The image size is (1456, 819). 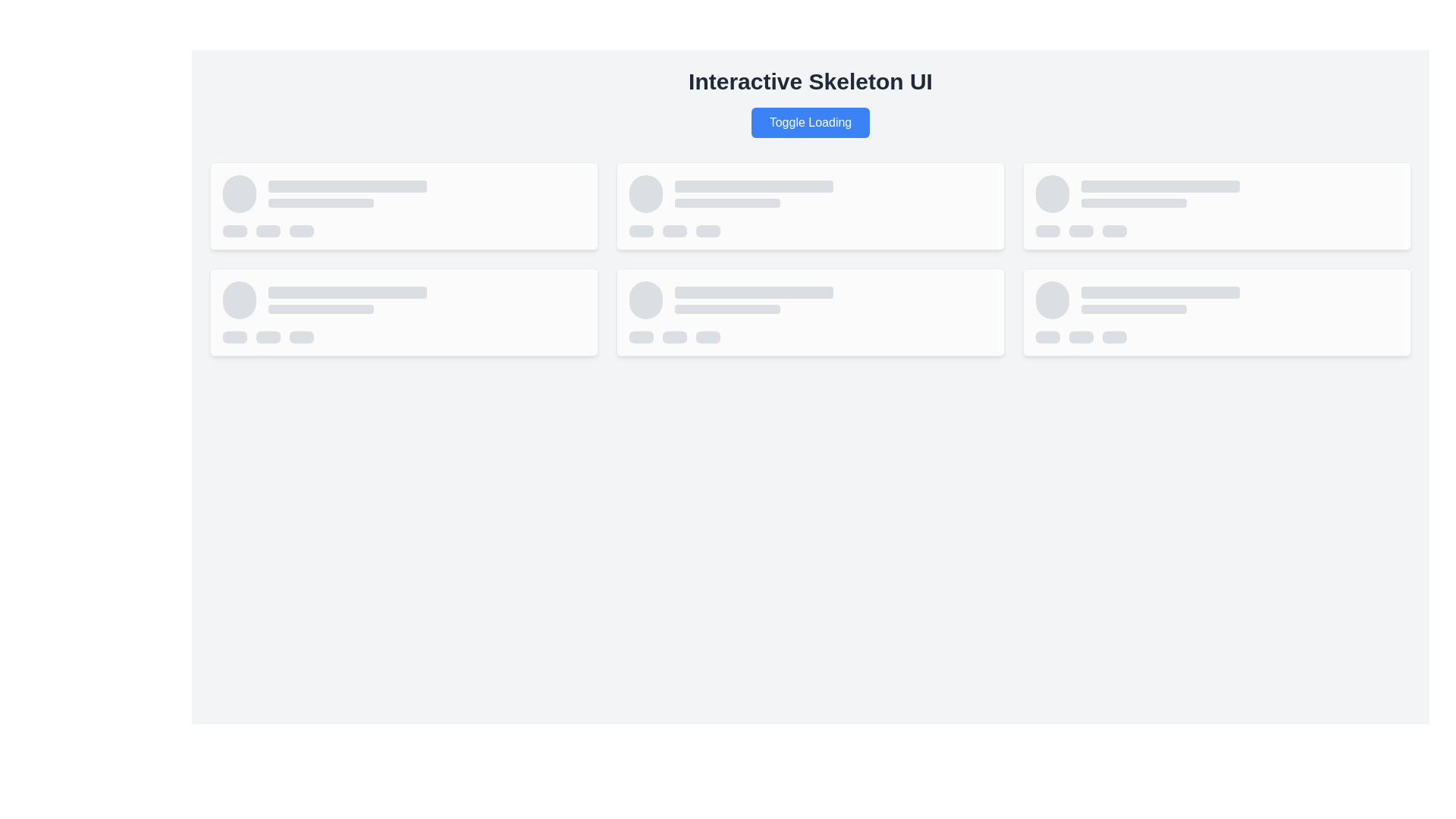 I want to click on the third disabled button in the horizontal row, which is a small gray button with rounded corners, located at the lower-right of a white card, so click(x=708, y=231).